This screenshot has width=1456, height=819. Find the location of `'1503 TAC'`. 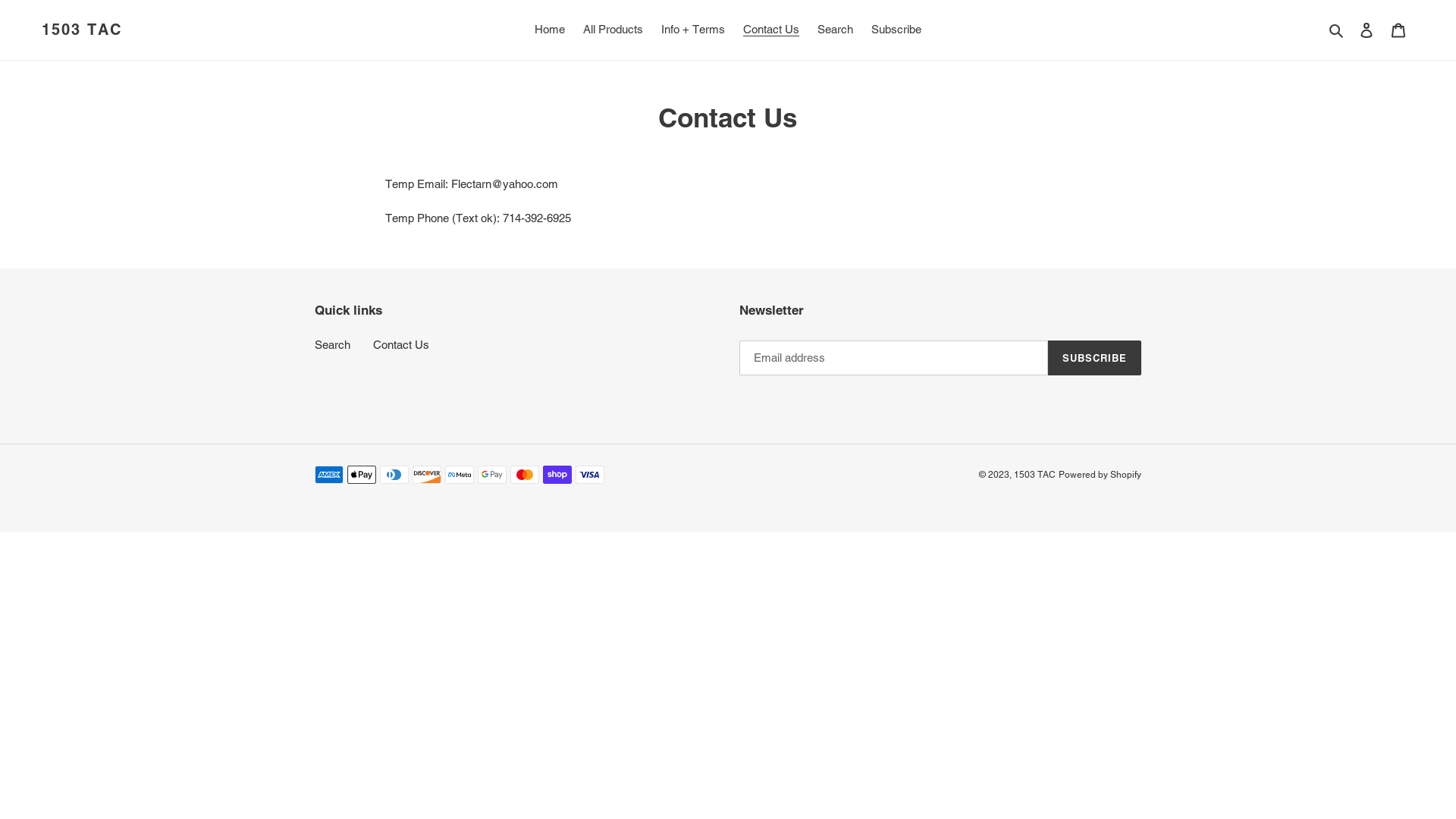

'1503 TAC' is located at coordinates (80, 29).